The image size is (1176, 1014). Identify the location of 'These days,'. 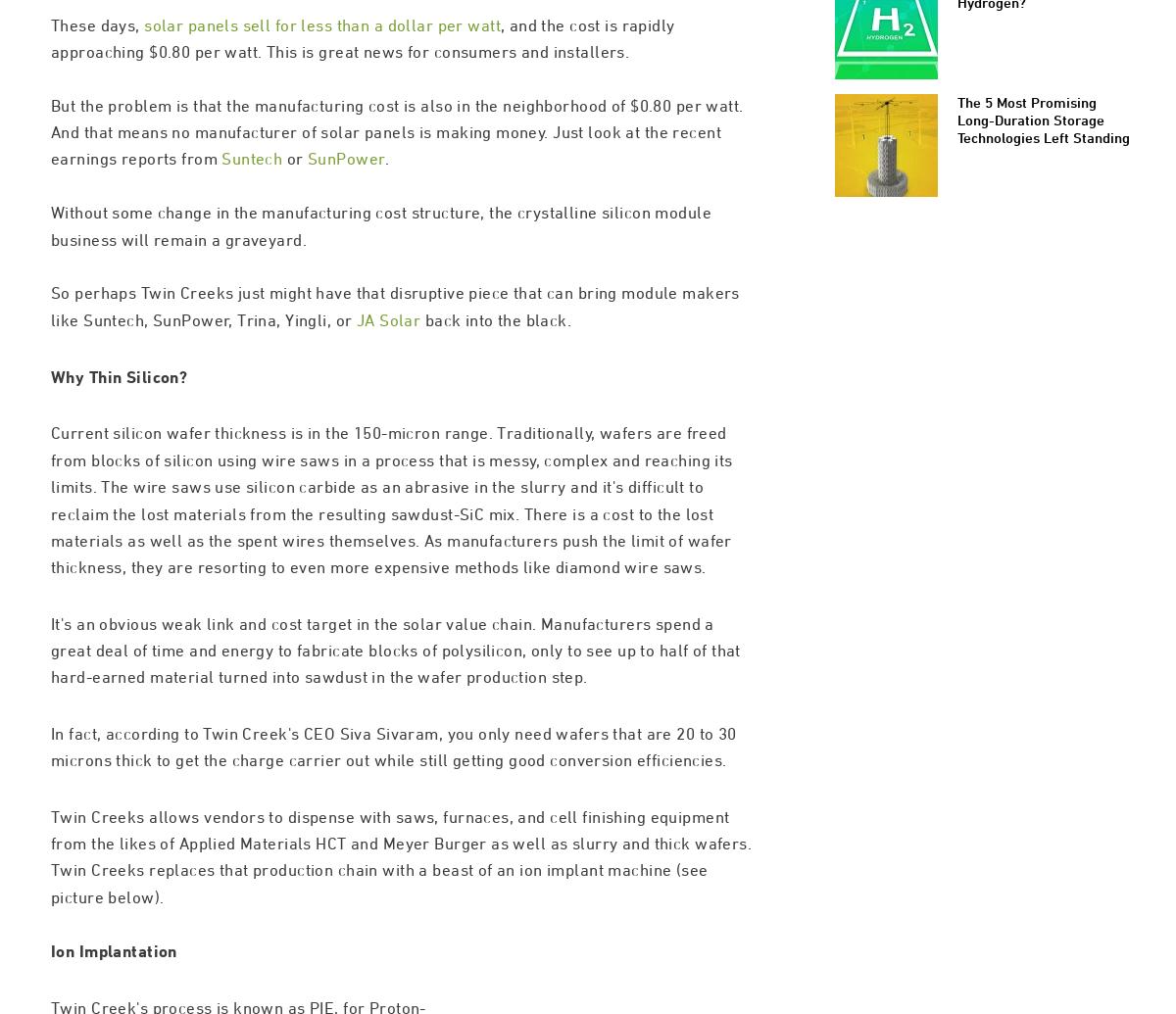
(97, 108).